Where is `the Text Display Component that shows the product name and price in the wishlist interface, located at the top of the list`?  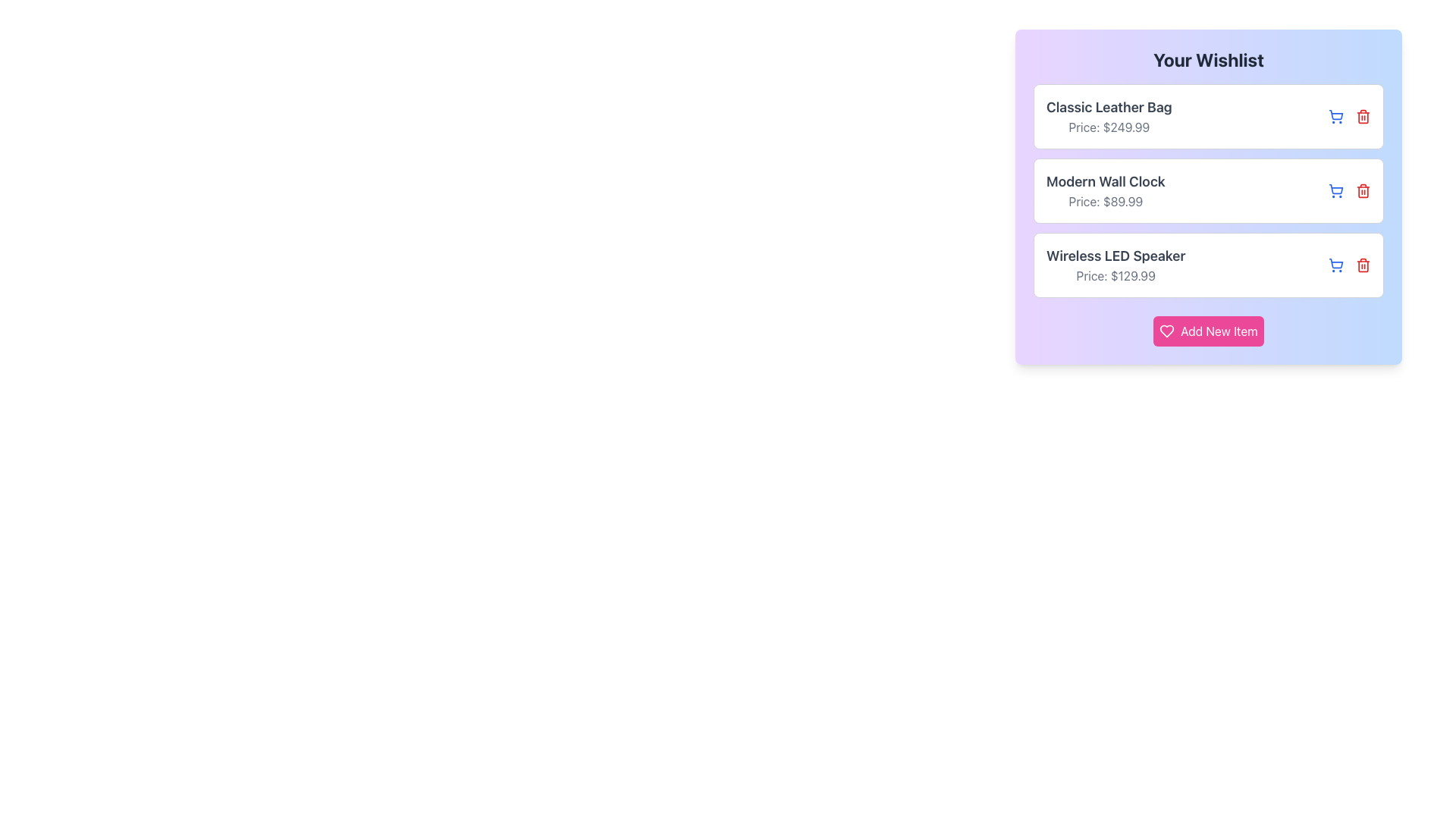
the Text Display Component that shows the product name and price in the wishlist interface, located at the top of the list is located at coordinates (1109, 116).